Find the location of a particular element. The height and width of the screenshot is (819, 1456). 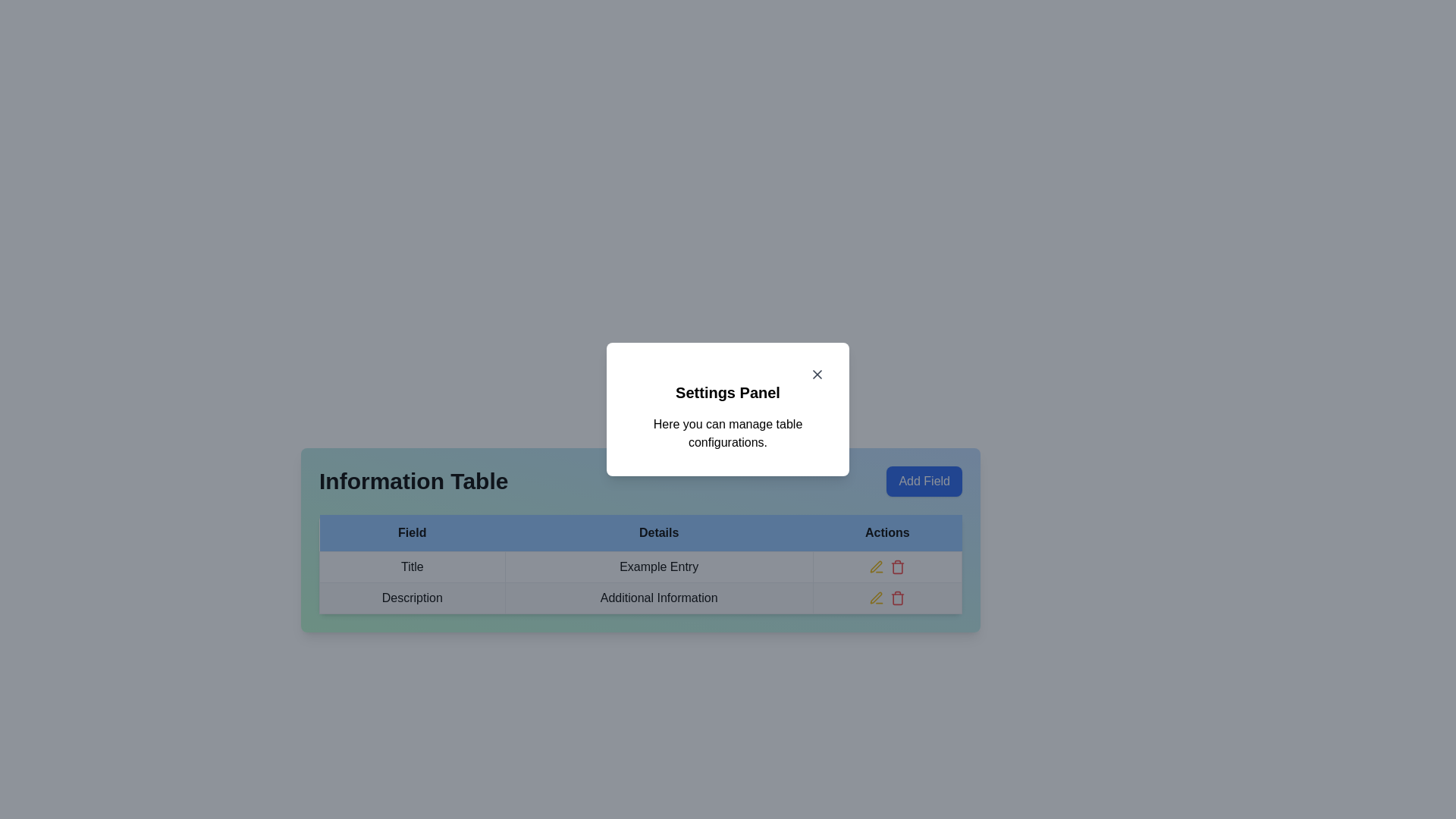

the modal dialog or popup panel that provides a summary and actions related to managing table configurations, which is centrally located above the 'Information Table' is located at coordinates (728, 409).